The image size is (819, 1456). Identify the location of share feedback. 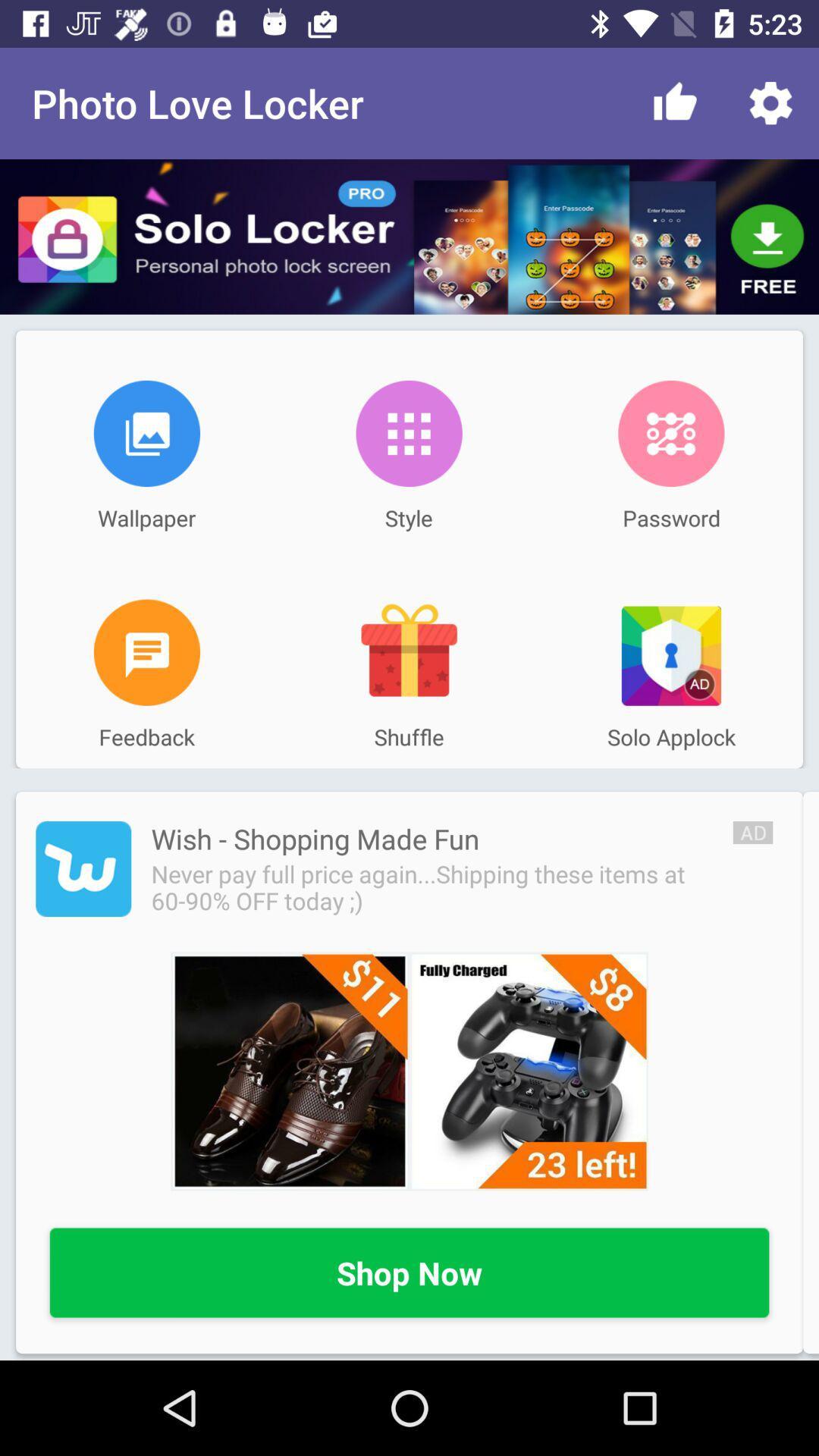
(146, 652).